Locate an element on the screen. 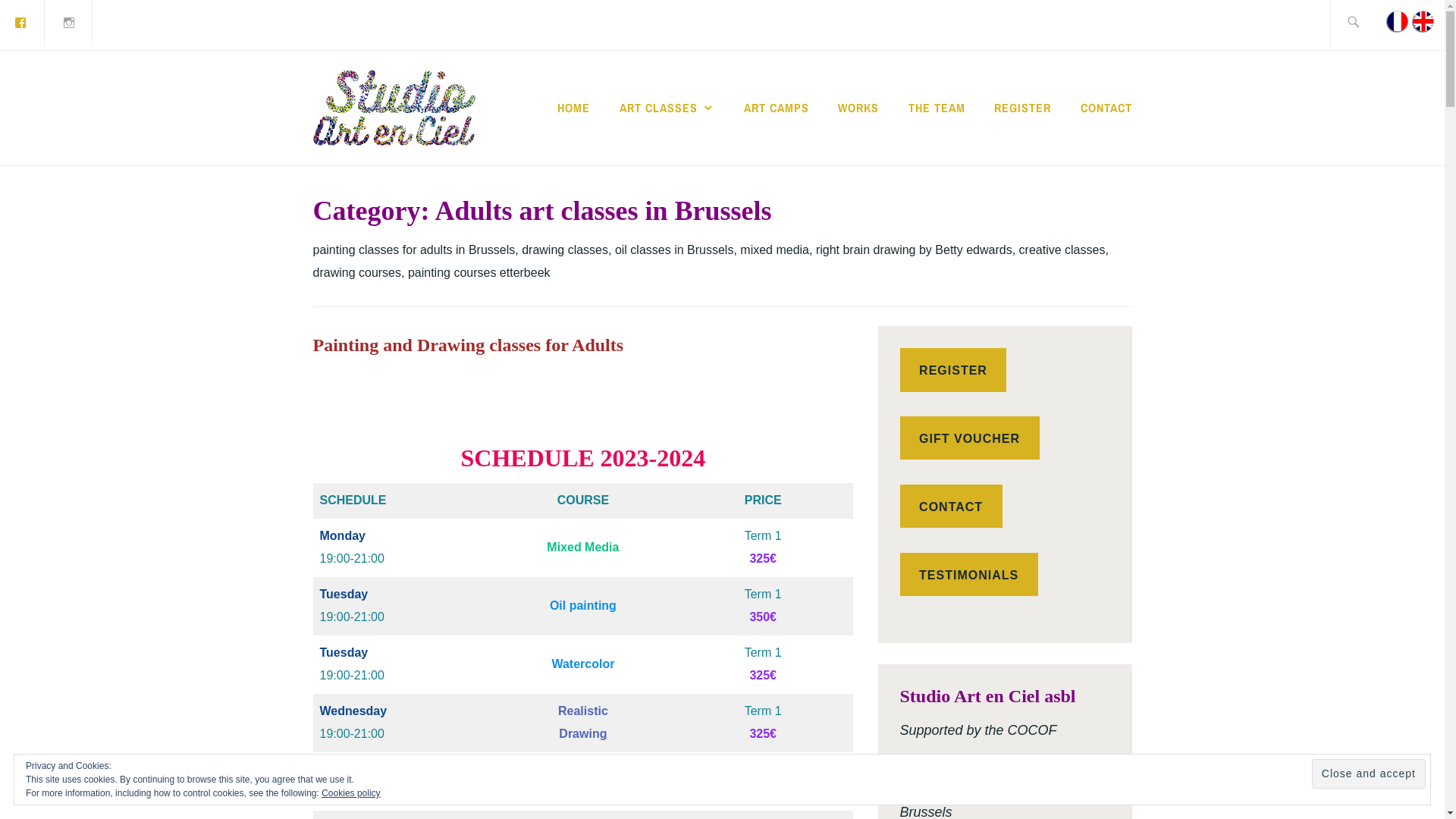 This screenshot has height=819, width=1456. 'CONTACT' is located at coordinates (949, 506).